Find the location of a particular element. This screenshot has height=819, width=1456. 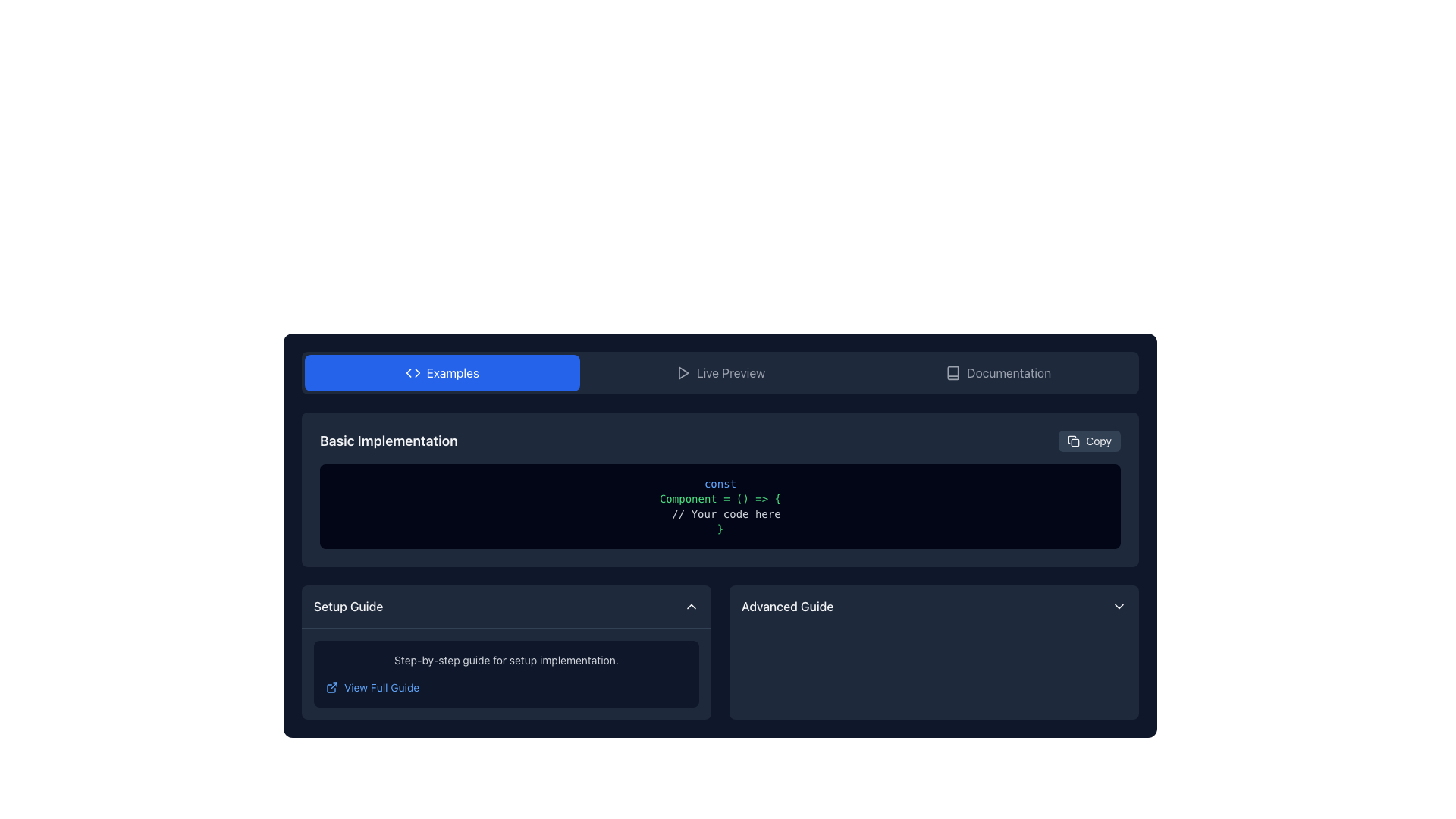

the rectangular button with rounded corners, blue background, icon resembling angled brackets ('<>'), and the text 'Examples' is located at coordinates (441, 373).